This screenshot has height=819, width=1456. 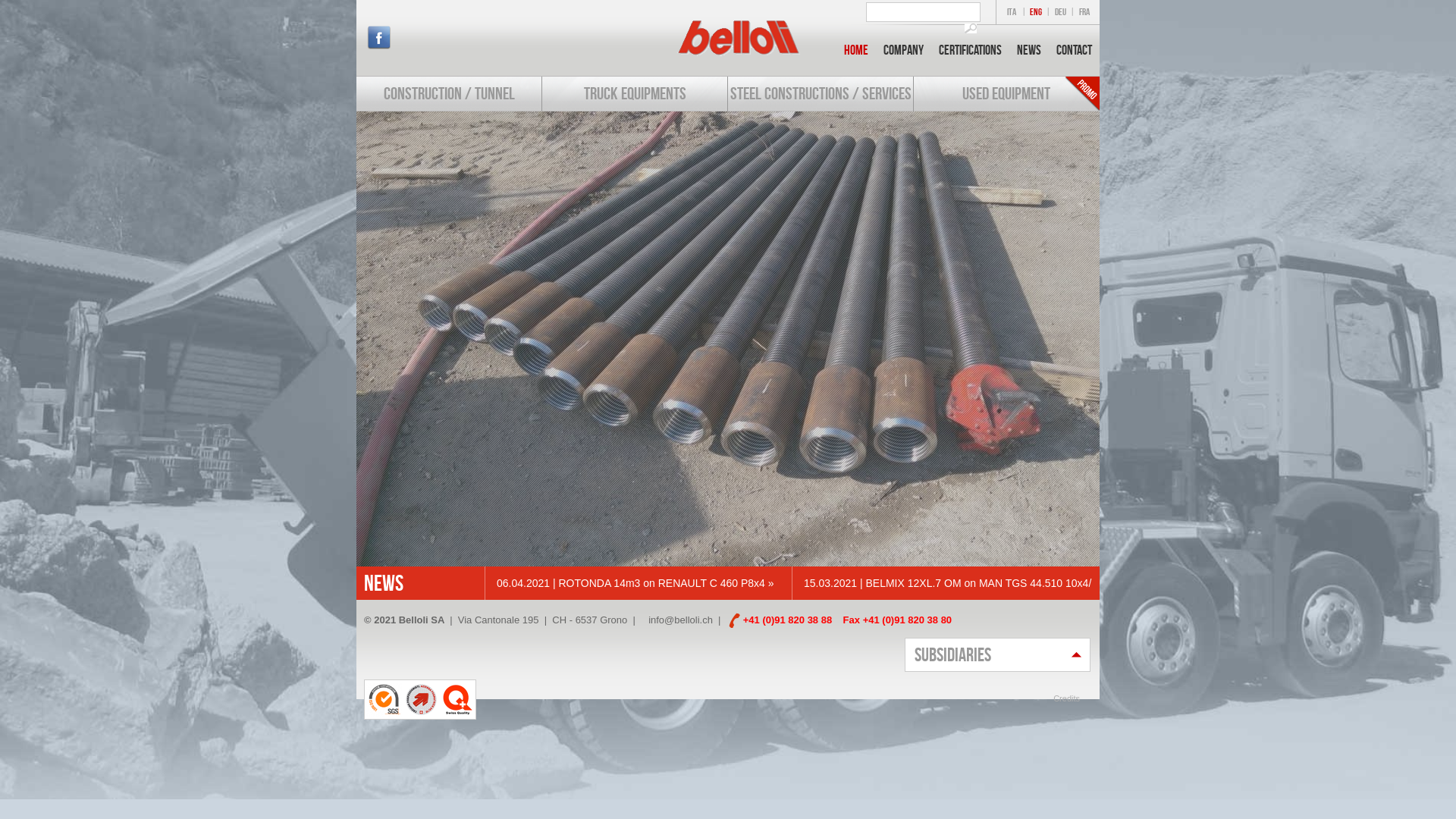 What do you see at coordinates (1059, 11) in the screenshot?
I see `'DEU'` at bounding box center [1059, 11].